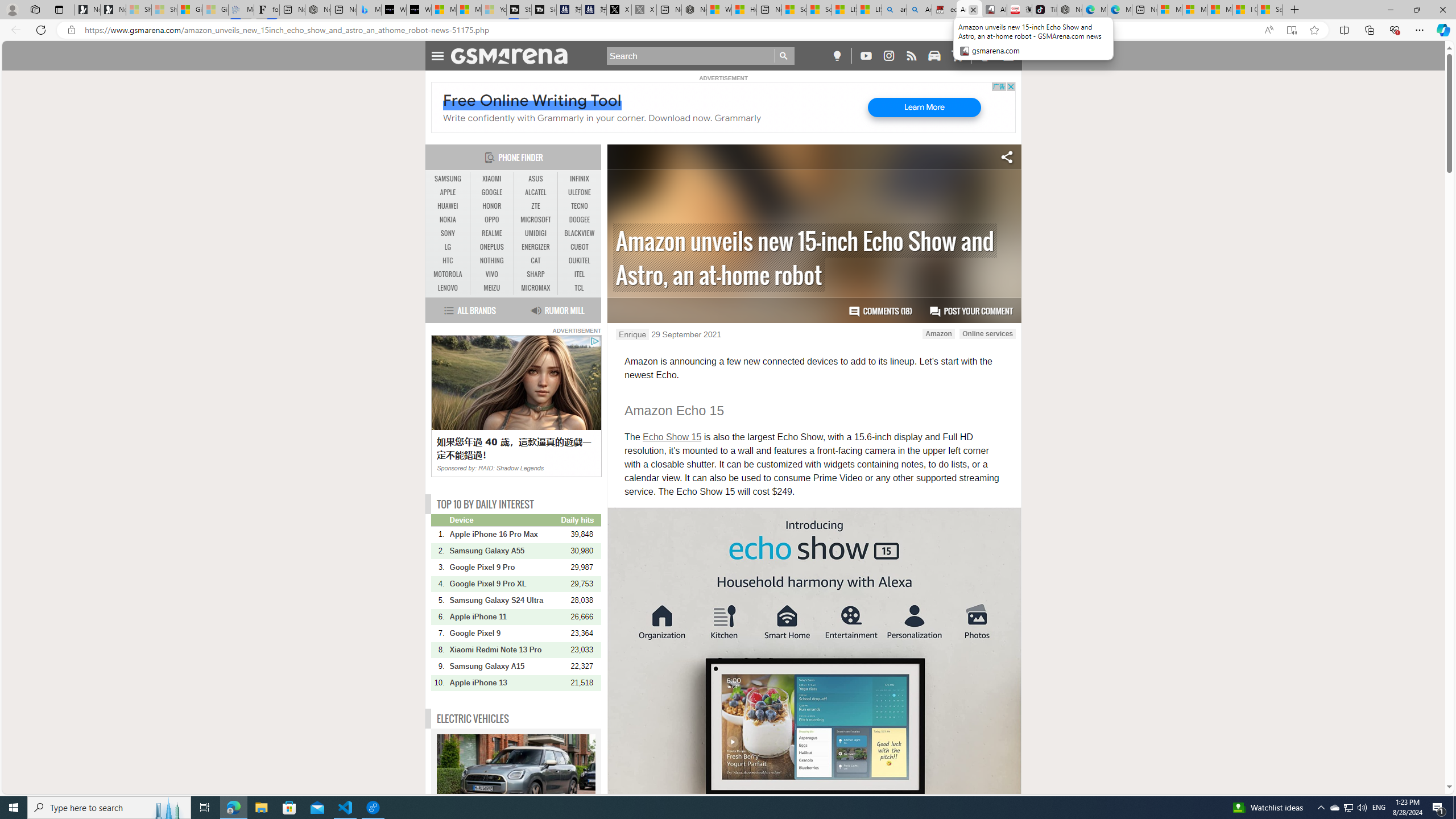 The image size is (1456, 819). I want to click on 'Samsung Galaxy S24 Ultra', so click(504, 599).